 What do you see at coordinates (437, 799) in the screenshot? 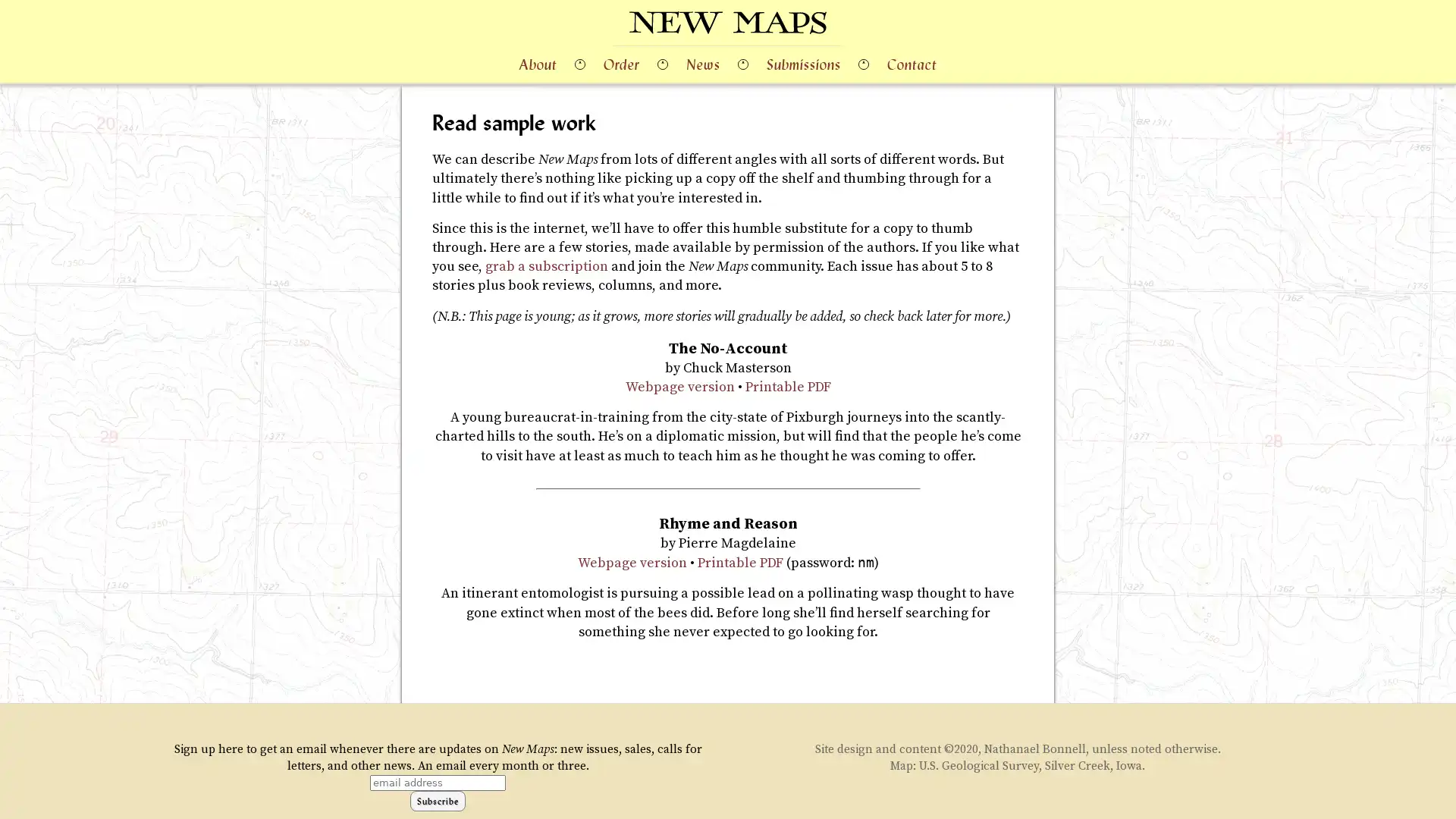
I see `Subscribe` at bounding box center [437, 799].